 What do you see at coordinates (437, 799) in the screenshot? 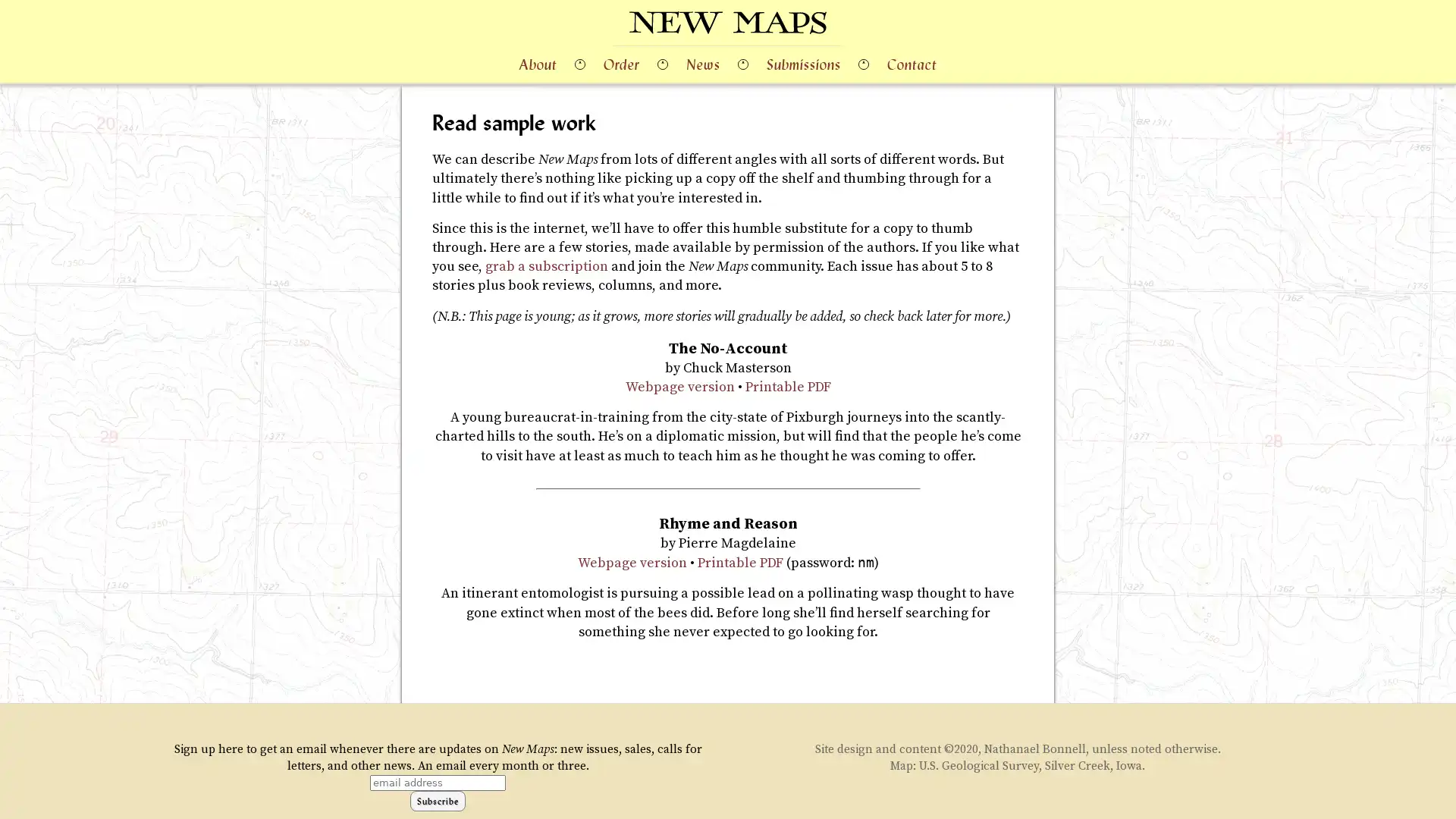
I see `Subscribe` at bounding box center [437, 799].